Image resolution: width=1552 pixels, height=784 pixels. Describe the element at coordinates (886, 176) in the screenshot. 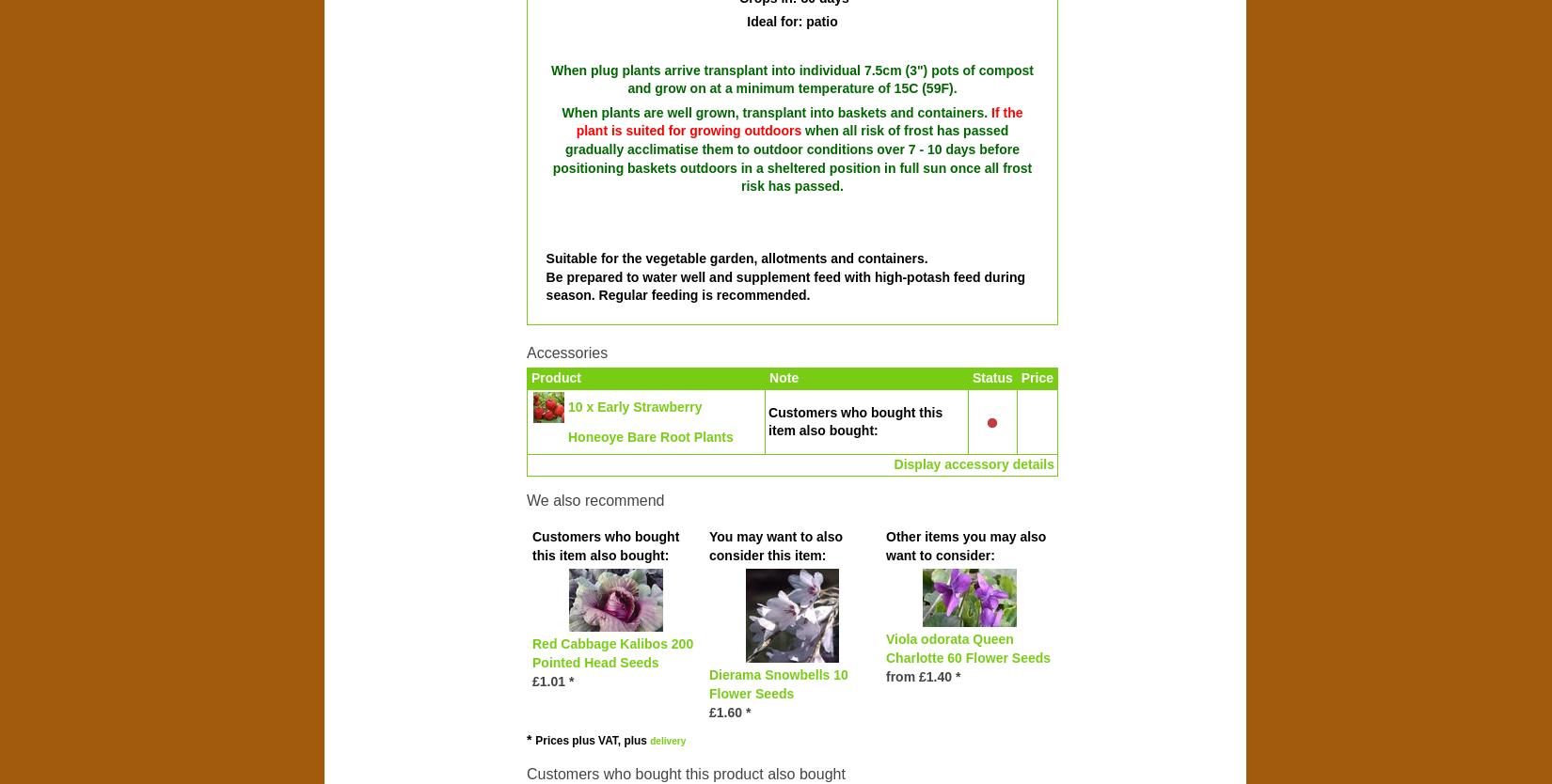

I see `'once all frost risk has passed'` at that location.